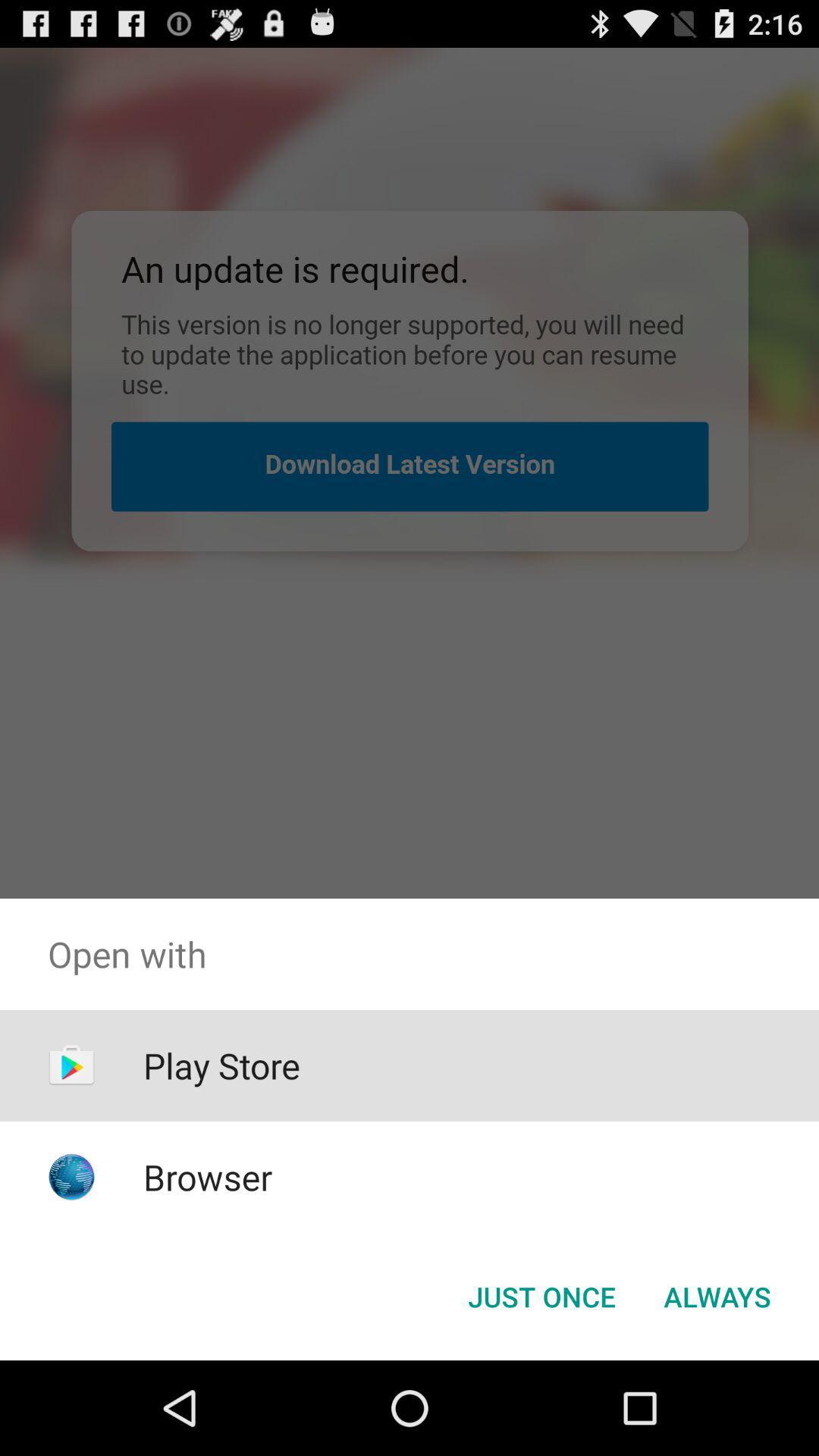  Describe the element at coordinates (717, 1295) in the screenshot. I see `item next to just once button` at that location.